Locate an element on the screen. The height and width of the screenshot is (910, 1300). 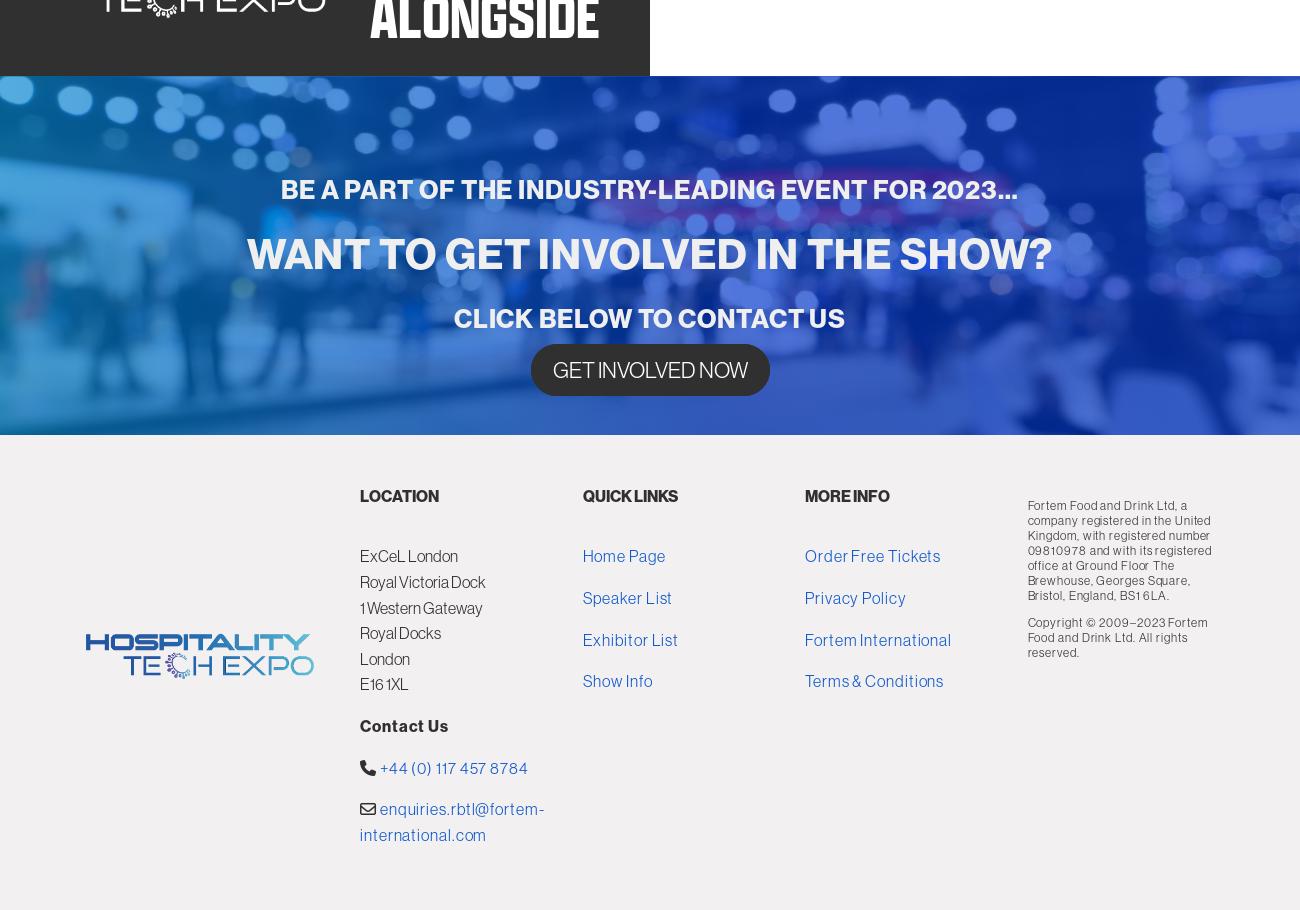
'Fortem Food and Drink Ltd, a company registered in the United Kingdom, with registered number 09810978 and with its registered office at Ground Floor The Brewhouse, Georges Square, Bristol, England, BS1 6LA.' is located at coordinates (1118, 679).